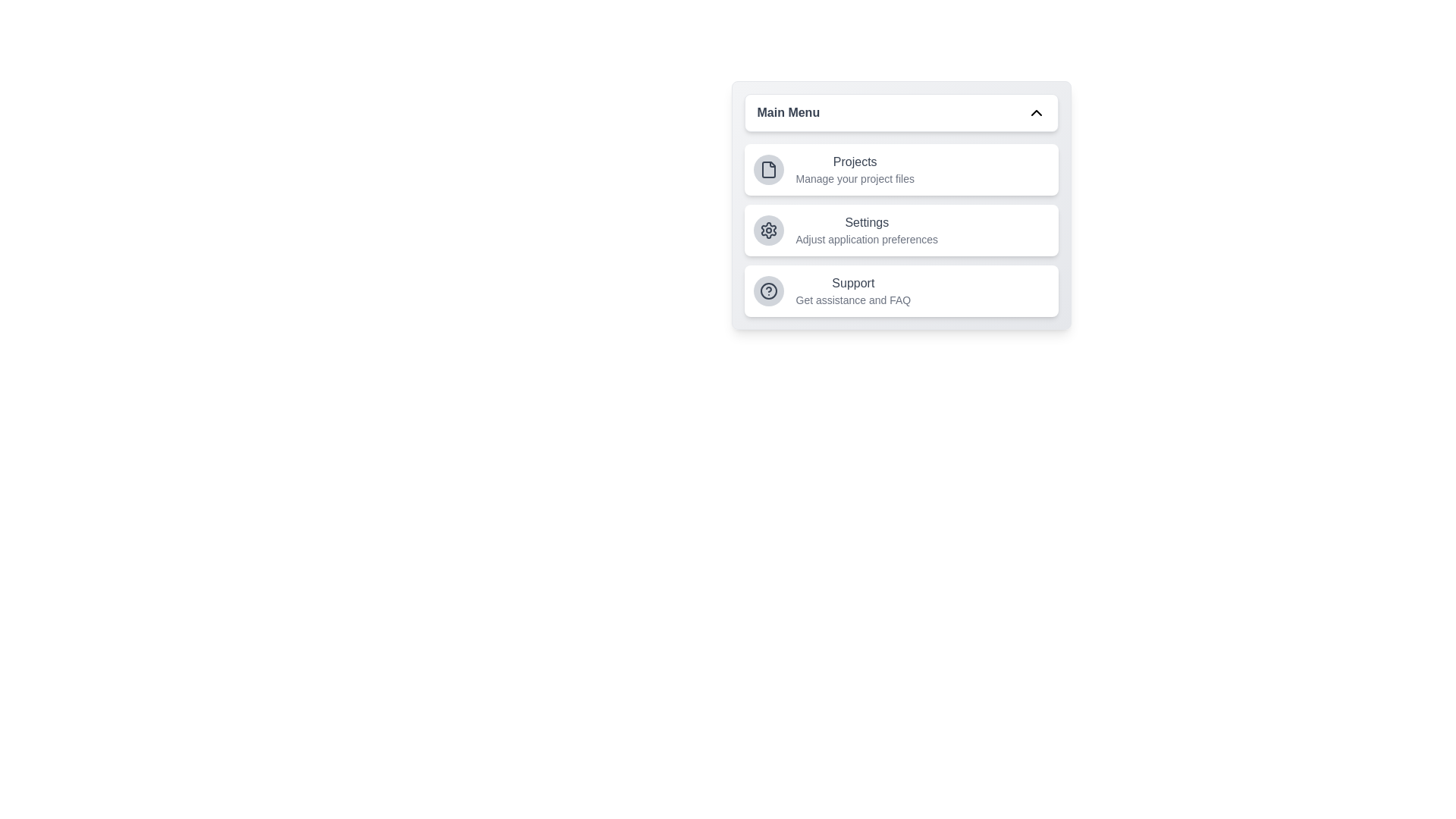 This screenshot has height=819, width=1456. What do you see at coordinates (901, 231) in the screenshot?
I see `the menu item corresponding to Settings` at bounding box center [901, 231].